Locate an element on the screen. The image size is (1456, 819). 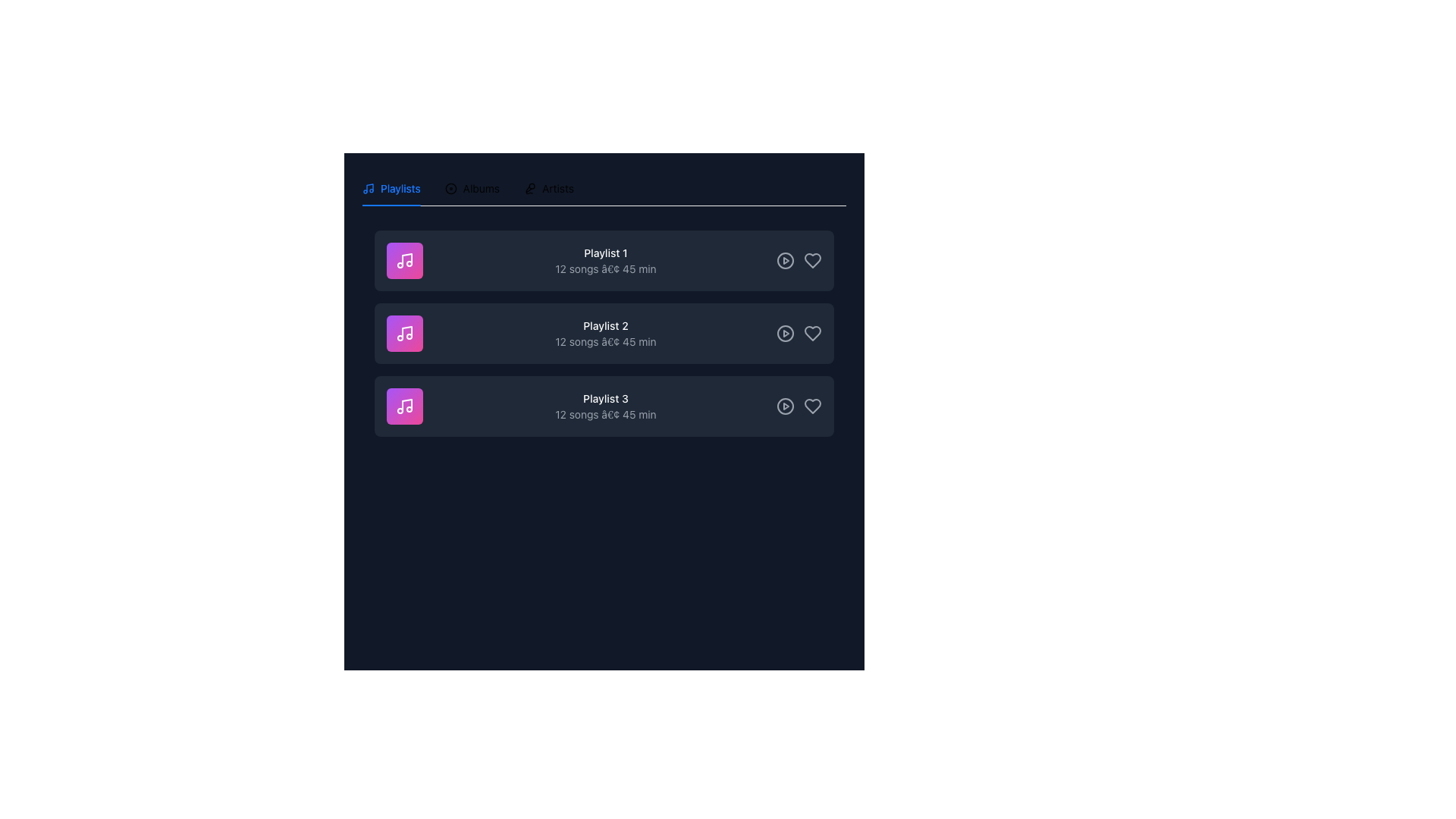
the central circle of the play button located to the right of the 'Playlist 1' title block is located at coordinates (786, 259).